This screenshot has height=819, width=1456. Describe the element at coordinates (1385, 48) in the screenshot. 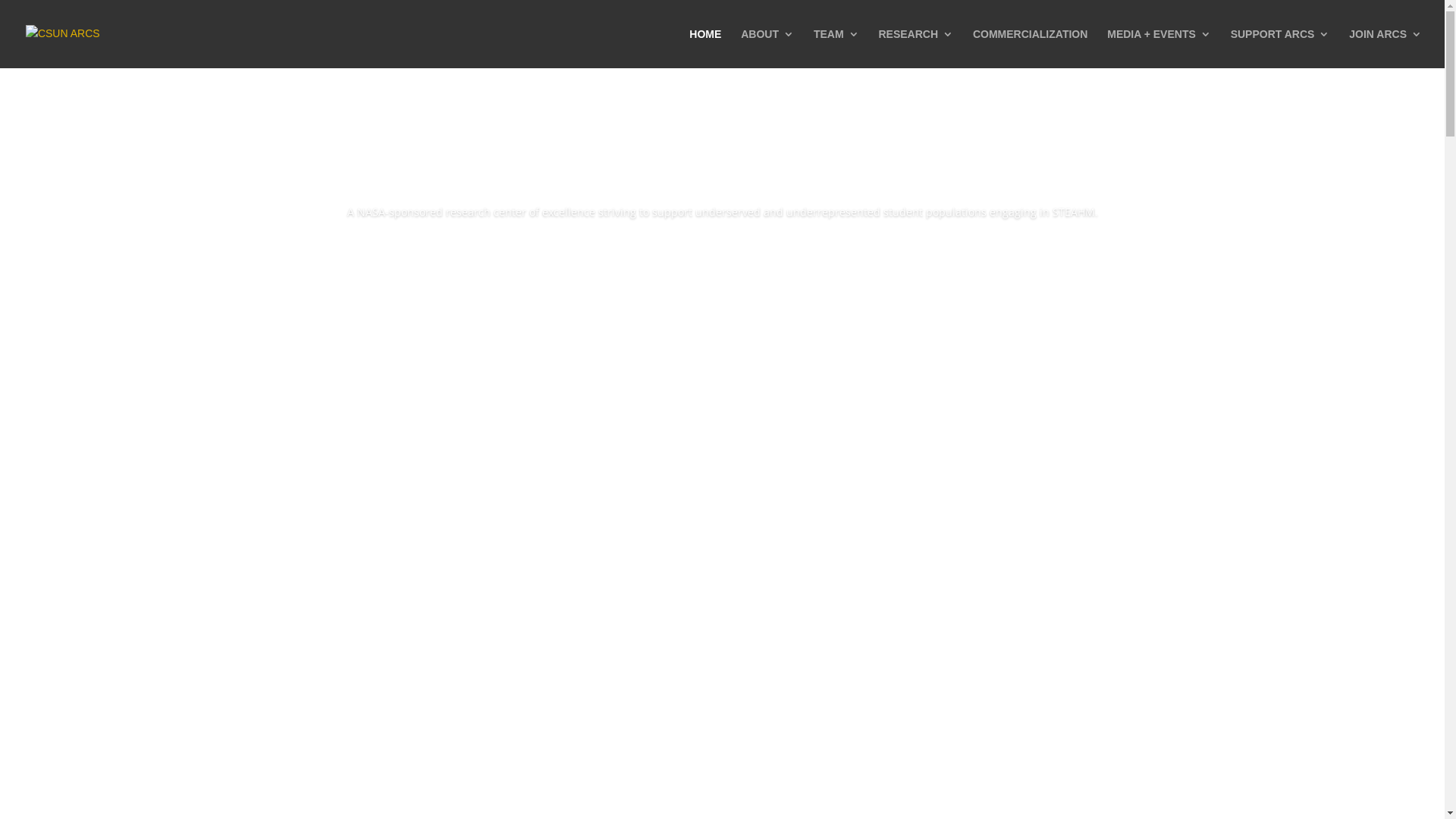

I see `'JOIN ARCS'` at that location.